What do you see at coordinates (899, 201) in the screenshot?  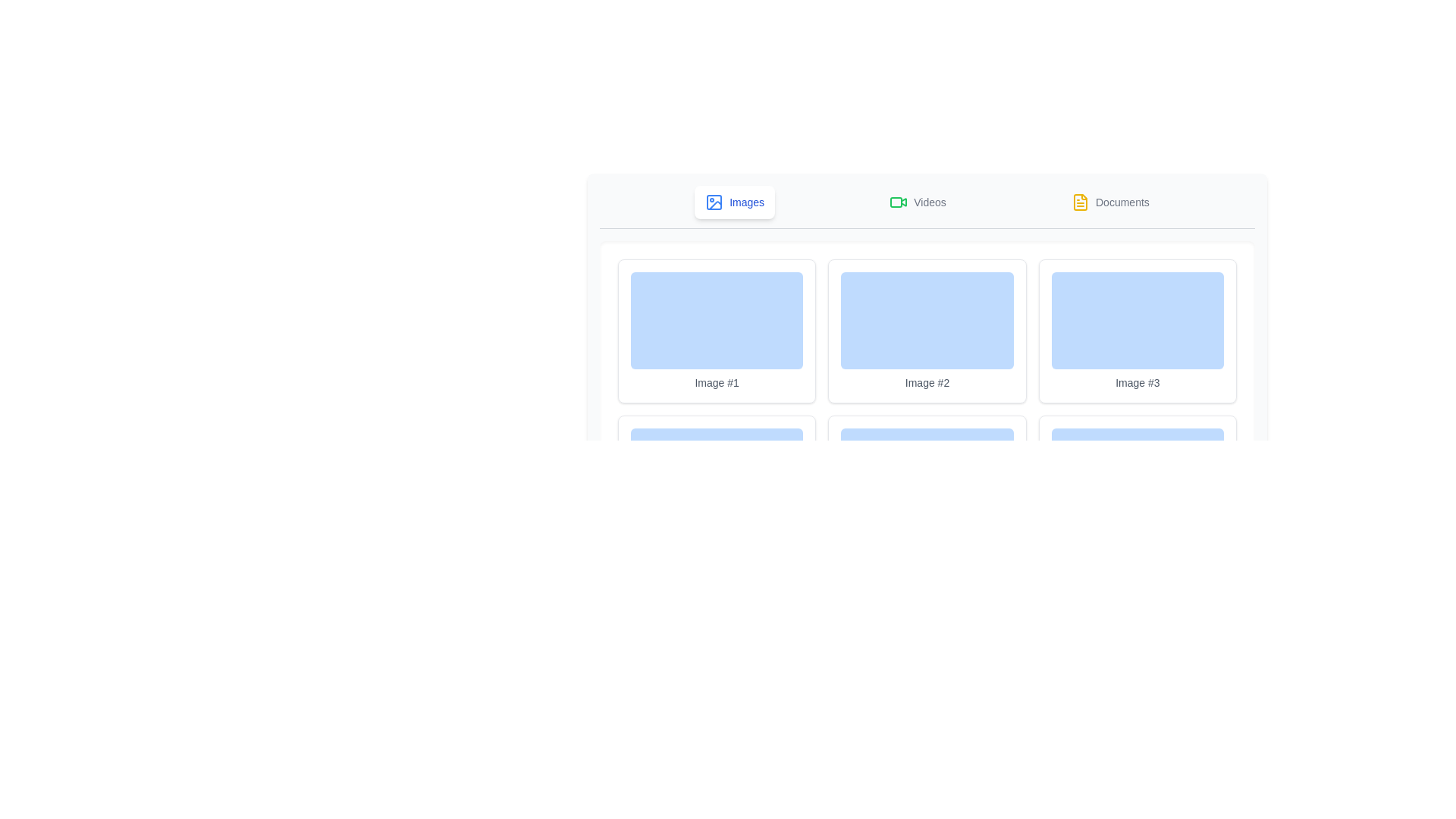 I see `the video camera icon located in the header navigation menu` at bounding box center [899, 201].